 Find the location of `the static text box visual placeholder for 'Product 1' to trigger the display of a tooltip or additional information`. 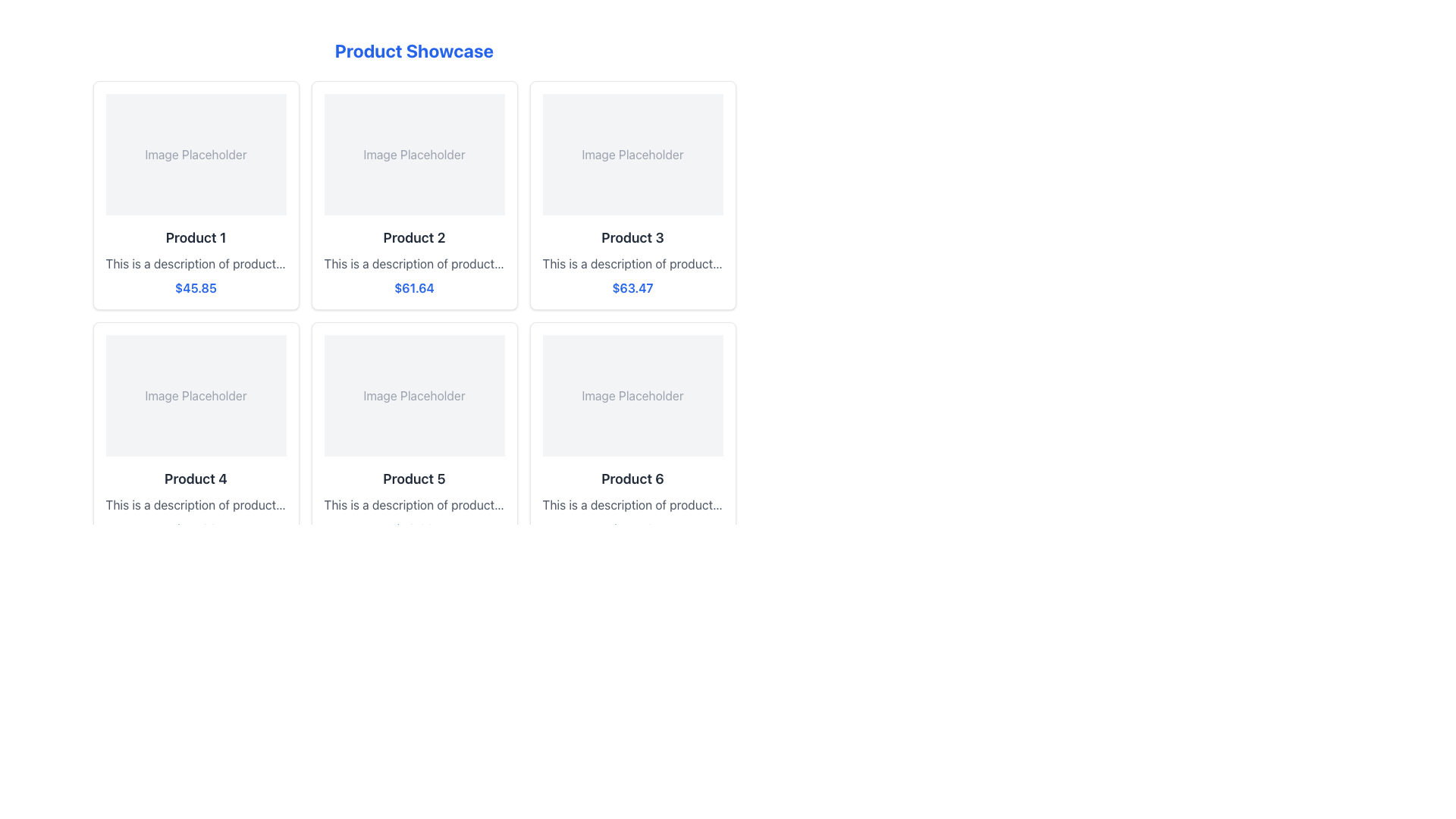

the static text box visual placeholder for 'Product 1' to trigger the display of a tooltip or additional information is located at coordinates (195, 155).